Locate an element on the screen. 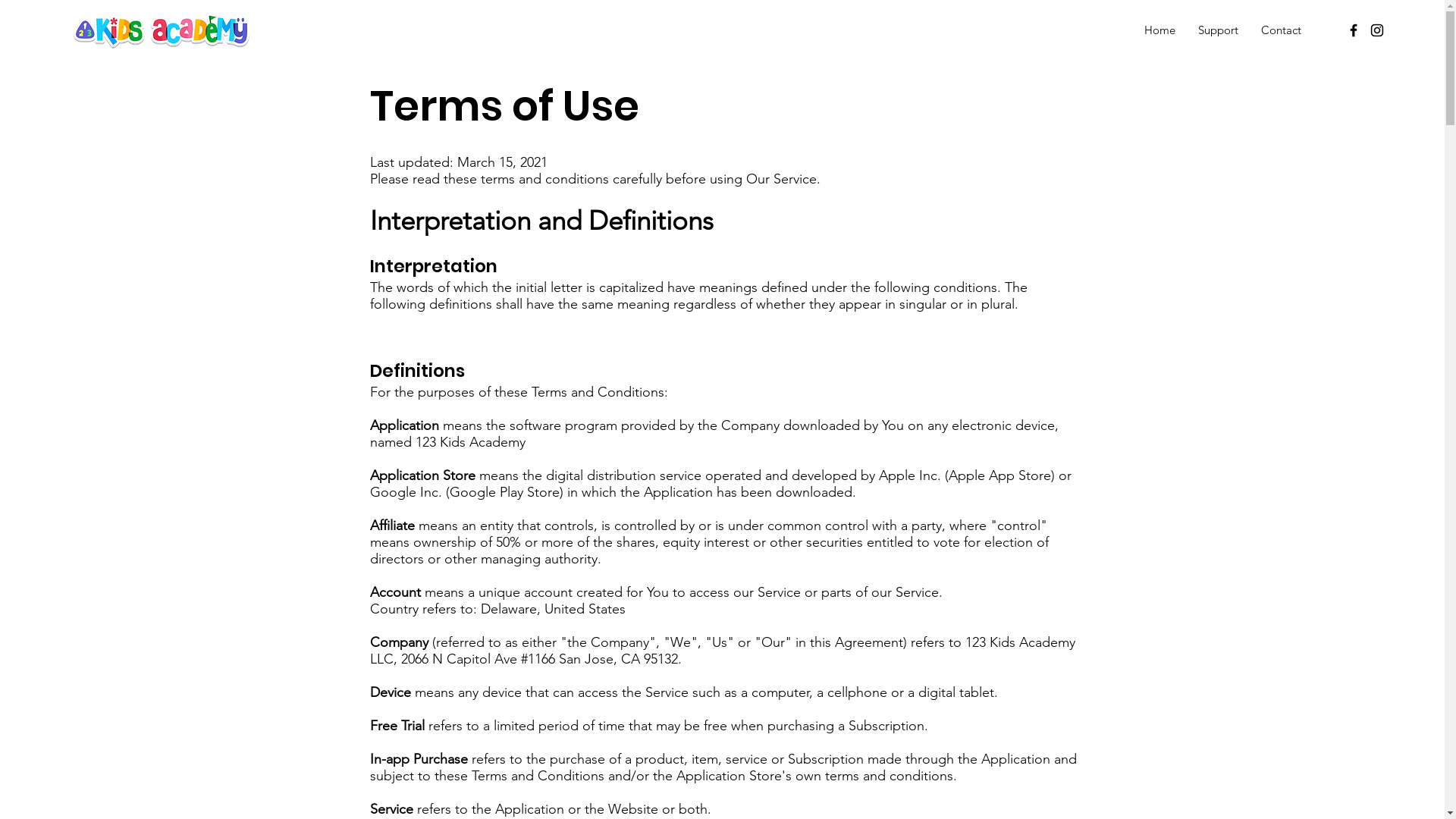  'Support' is located at coordinates (1218, 30).